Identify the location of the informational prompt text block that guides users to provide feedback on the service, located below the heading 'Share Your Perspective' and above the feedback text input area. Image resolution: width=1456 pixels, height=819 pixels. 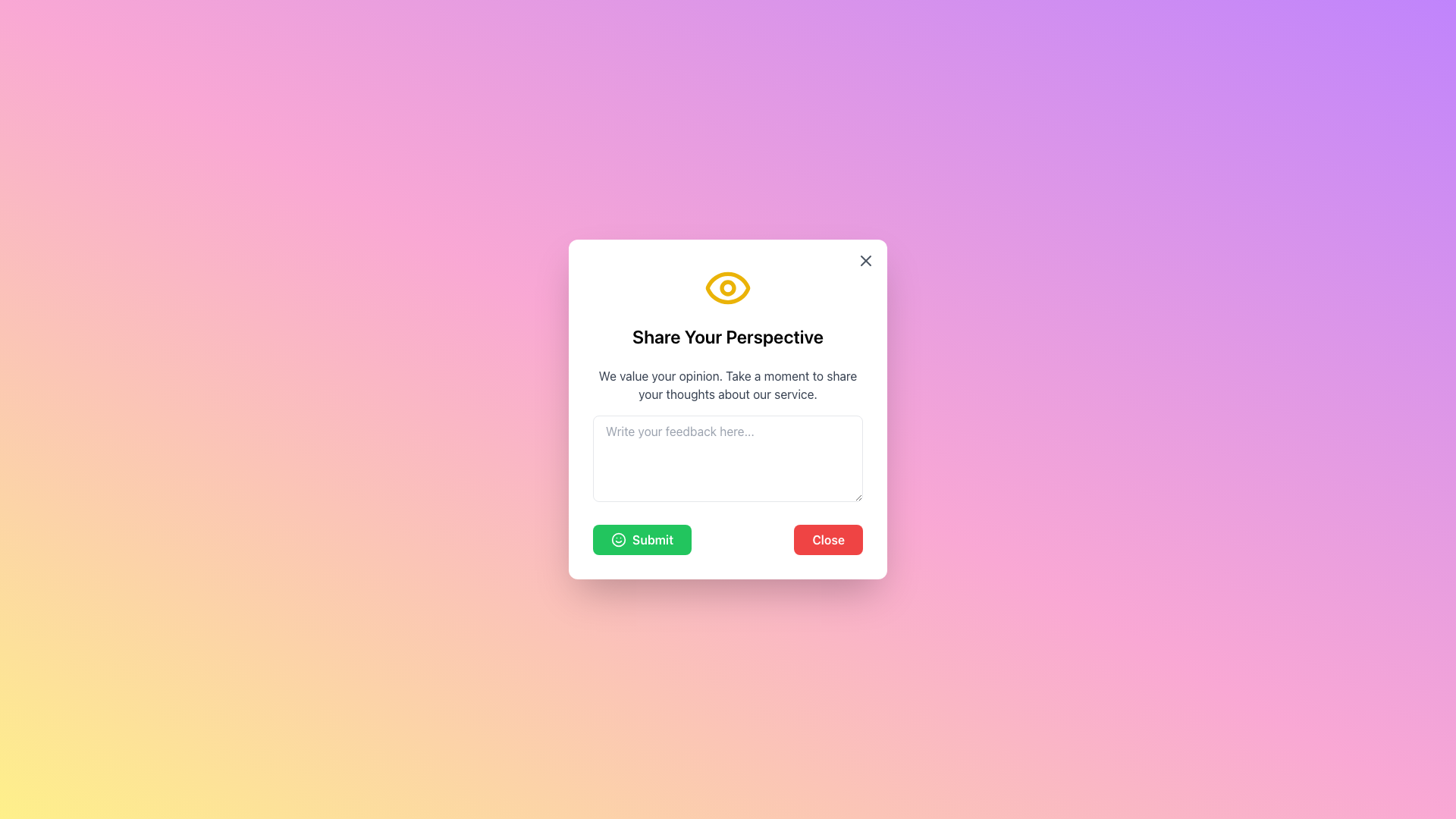
(728, 384).